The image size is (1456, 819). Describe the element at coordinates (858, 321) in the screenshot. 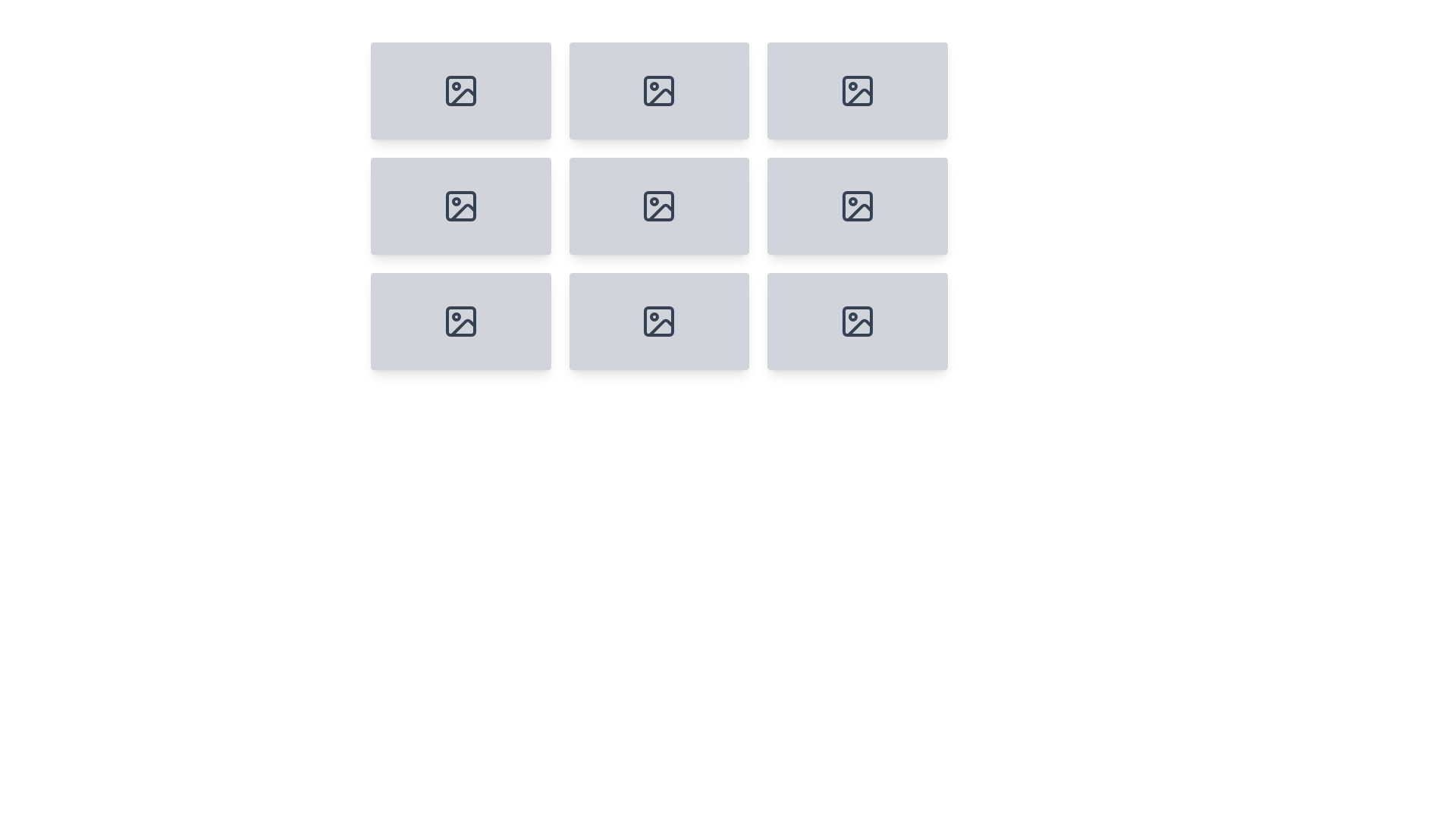

I see `the bottom-right card in the 3x3 grid layout` at that location.